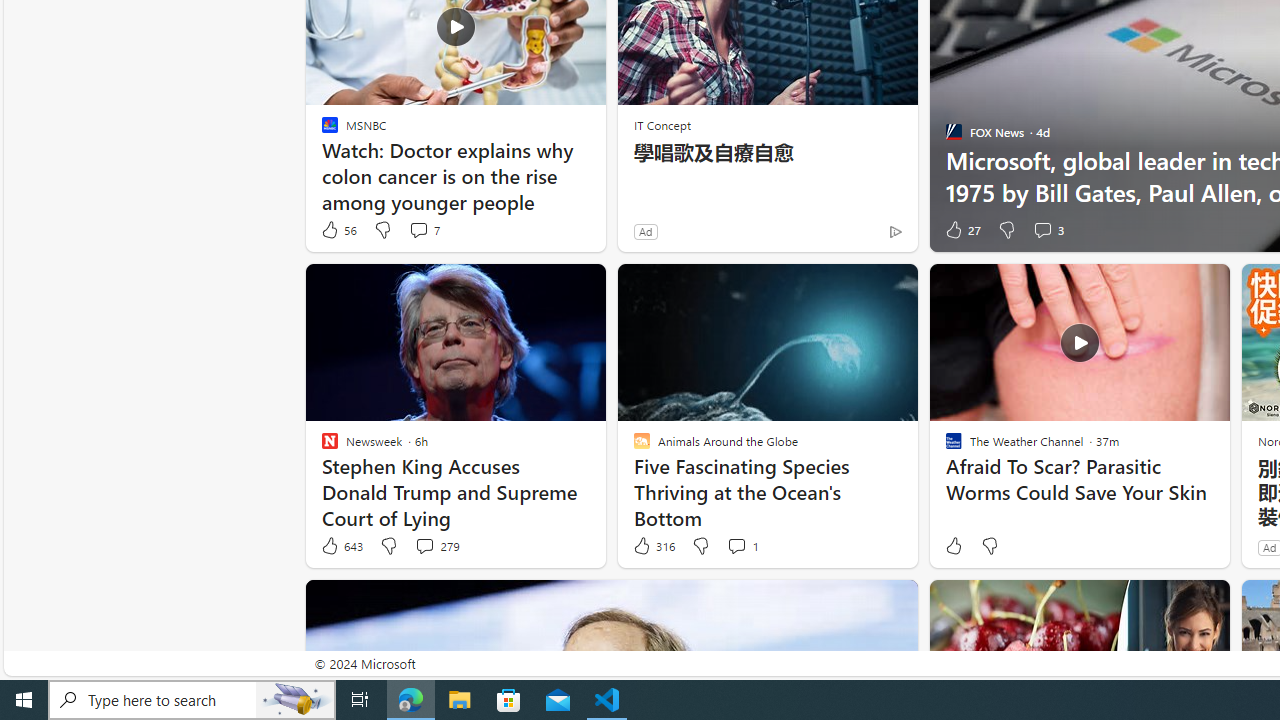  I want to click on 'View comments 3 Comment', so click(1047, 229).